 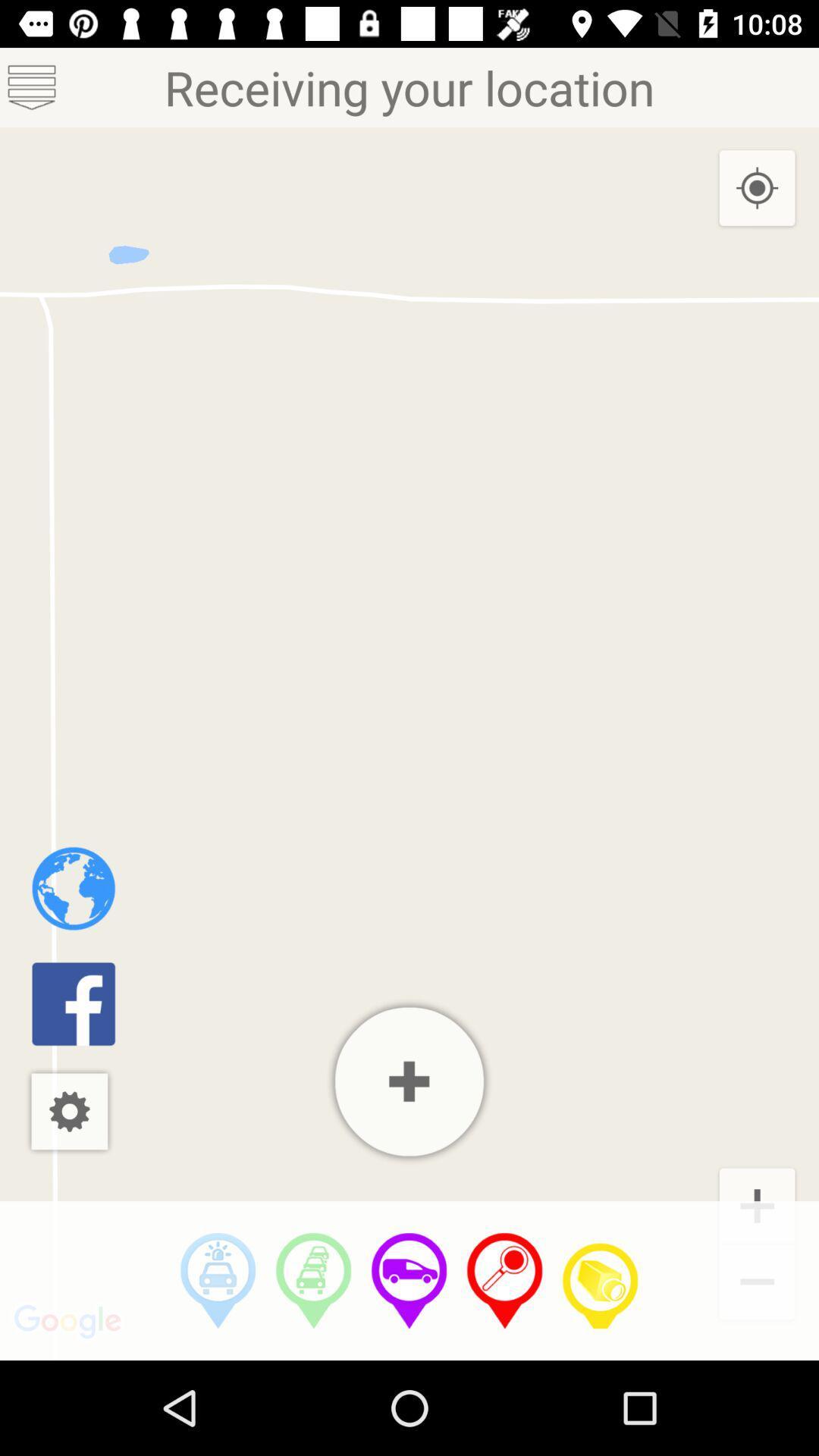 I want to click on the minus icon, so click(x=757, y=1283).